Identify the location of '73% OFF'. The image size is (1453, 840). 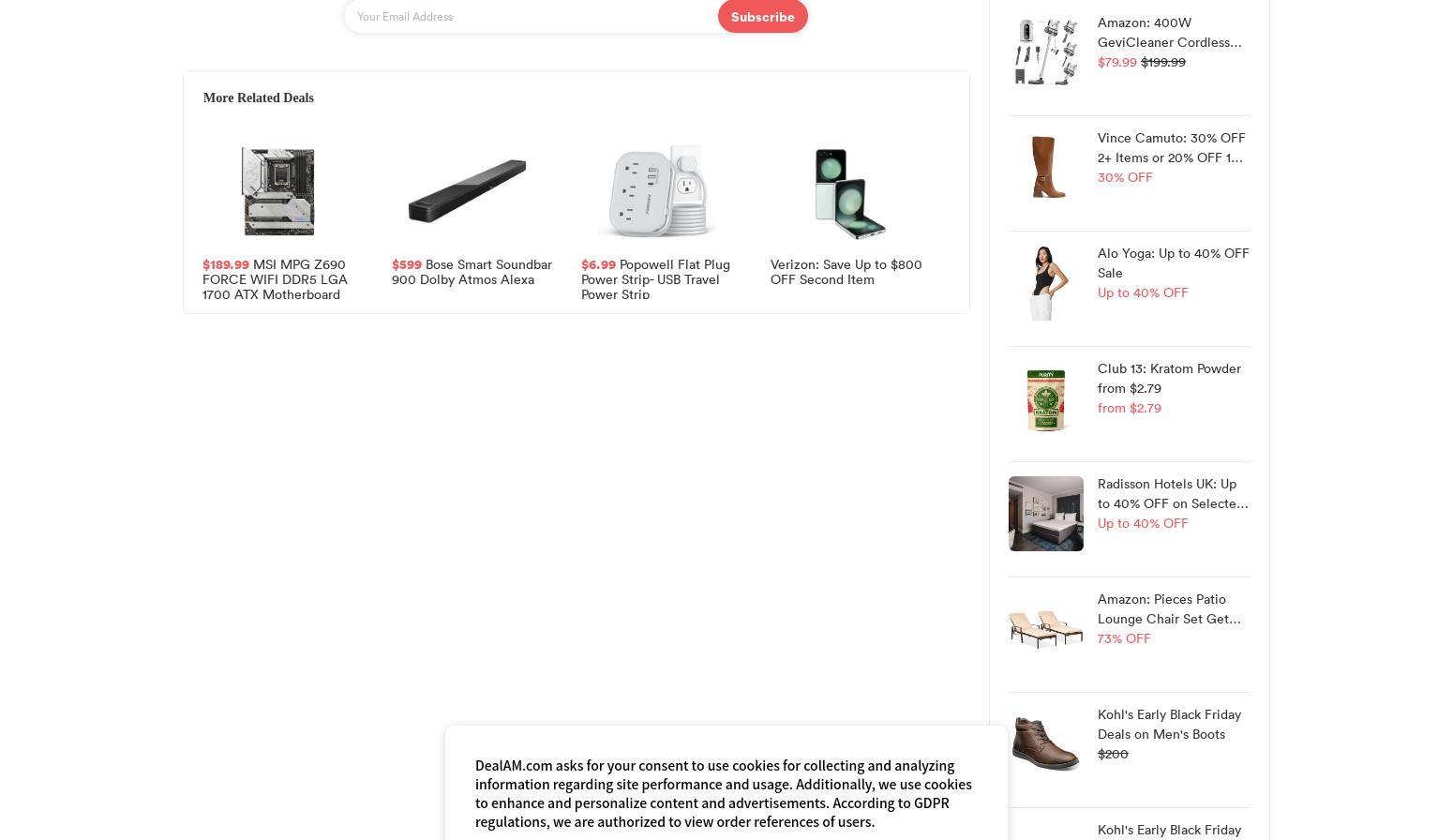
(1124, 637).